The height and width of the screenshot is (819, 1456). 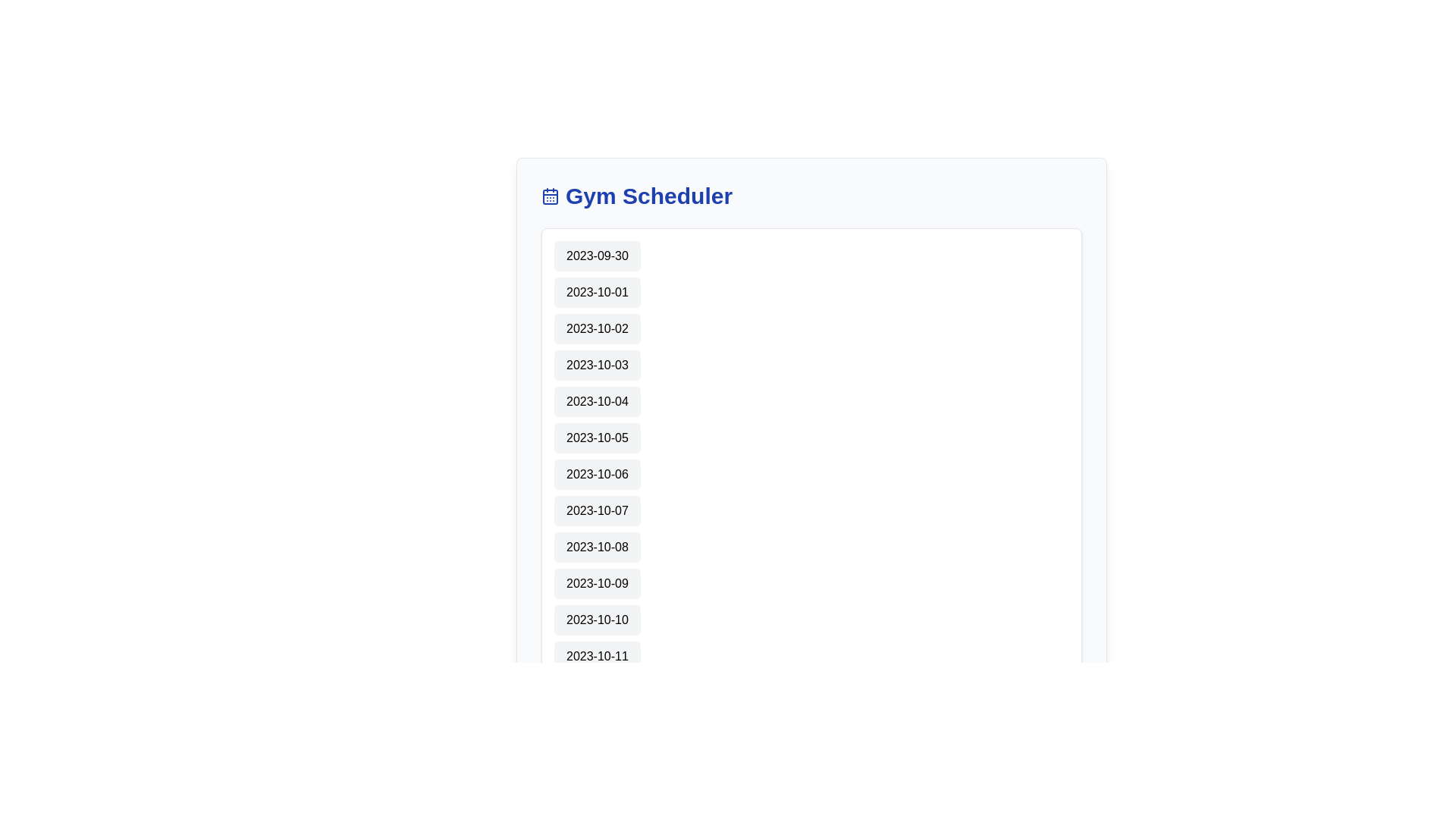 What do you see at coordinates (596, 511) in the screenshot?
I see `the button displaying the date '2023-10-07' located in the 8th position of the vertically arranged list` at bounding box center [596, 511].